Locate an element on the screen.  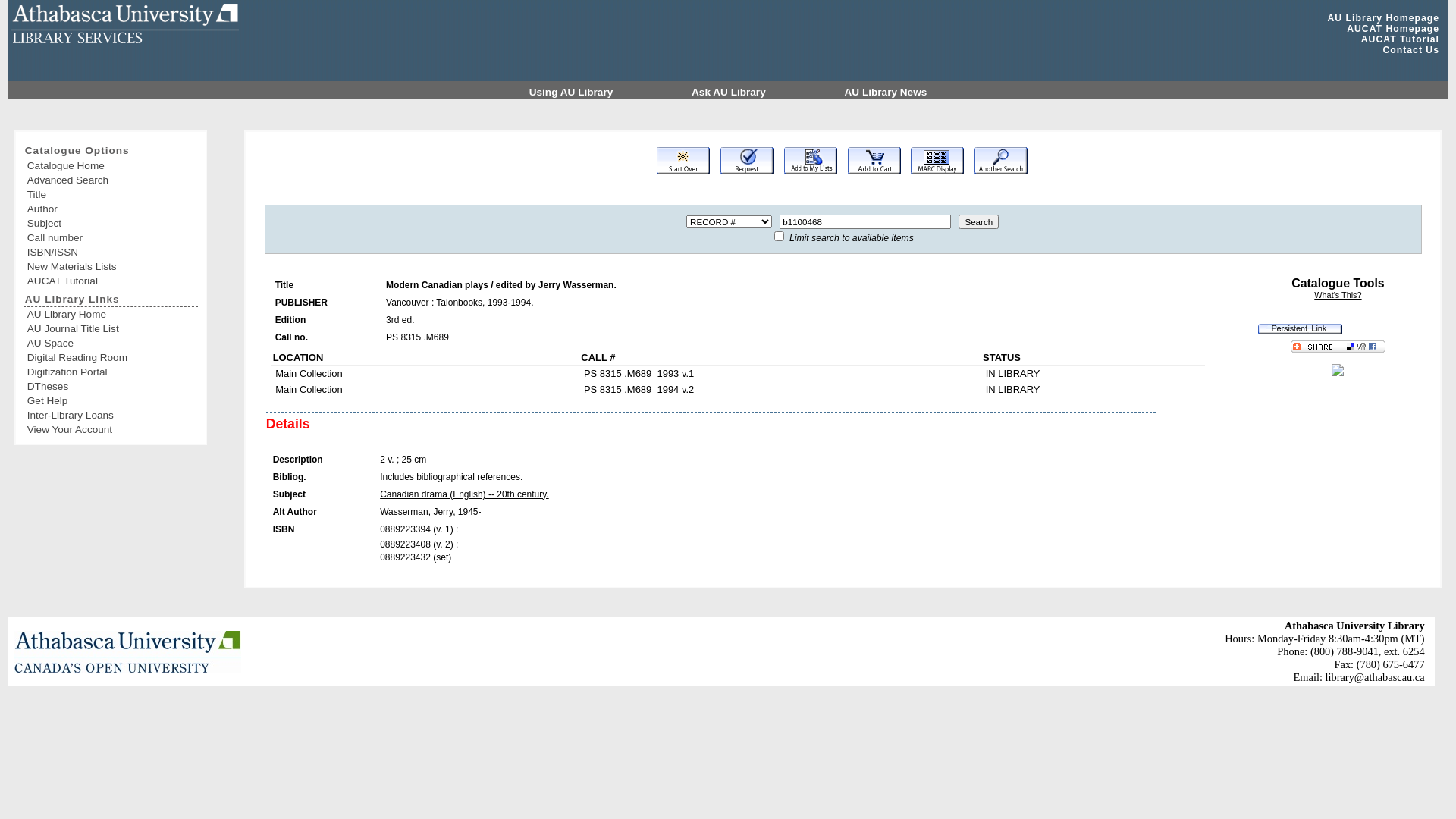
'Call number' is located at coordinates (27, 237).